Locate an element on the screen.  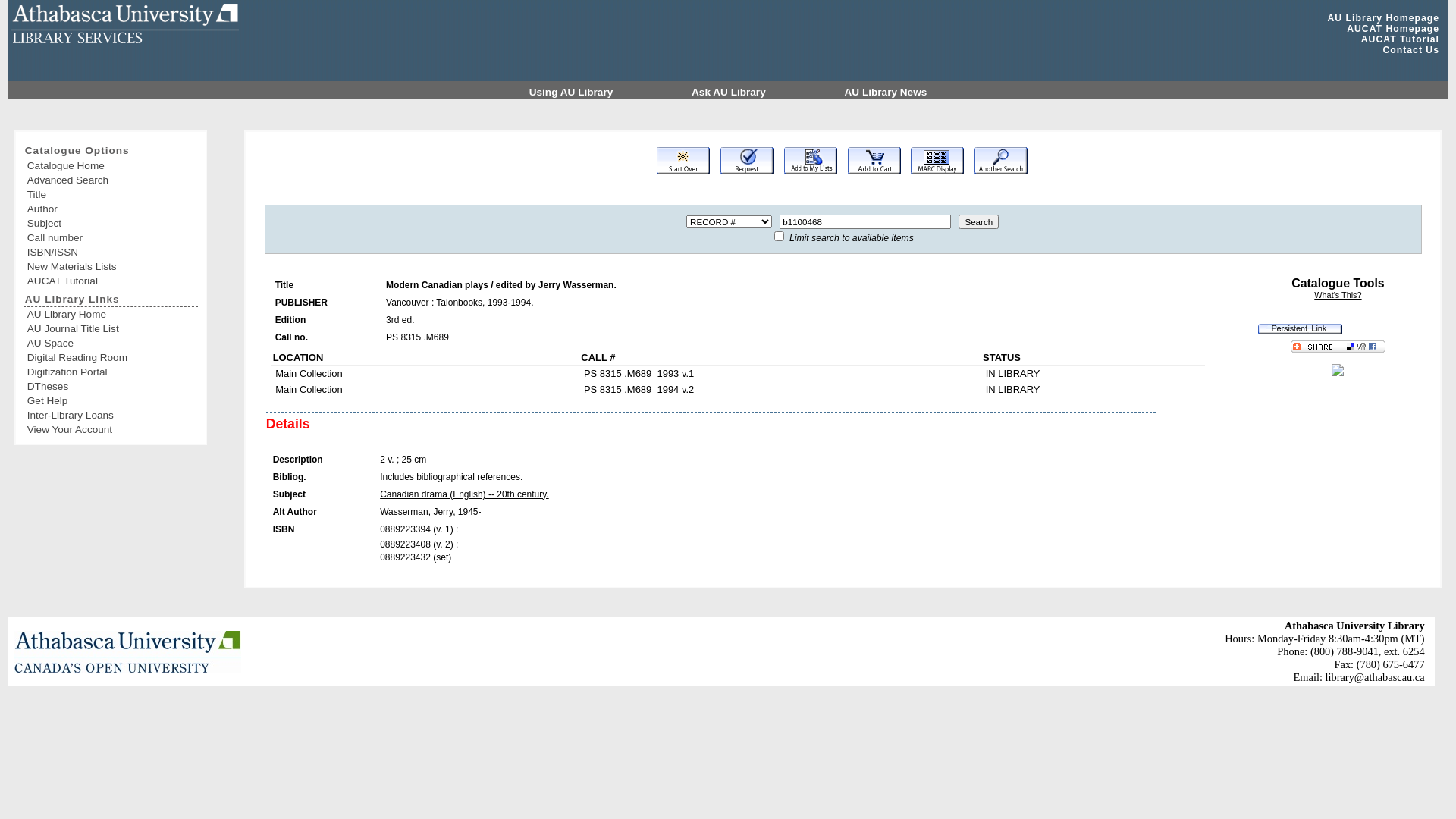
'Call number' is located at coordinates (27, 237).